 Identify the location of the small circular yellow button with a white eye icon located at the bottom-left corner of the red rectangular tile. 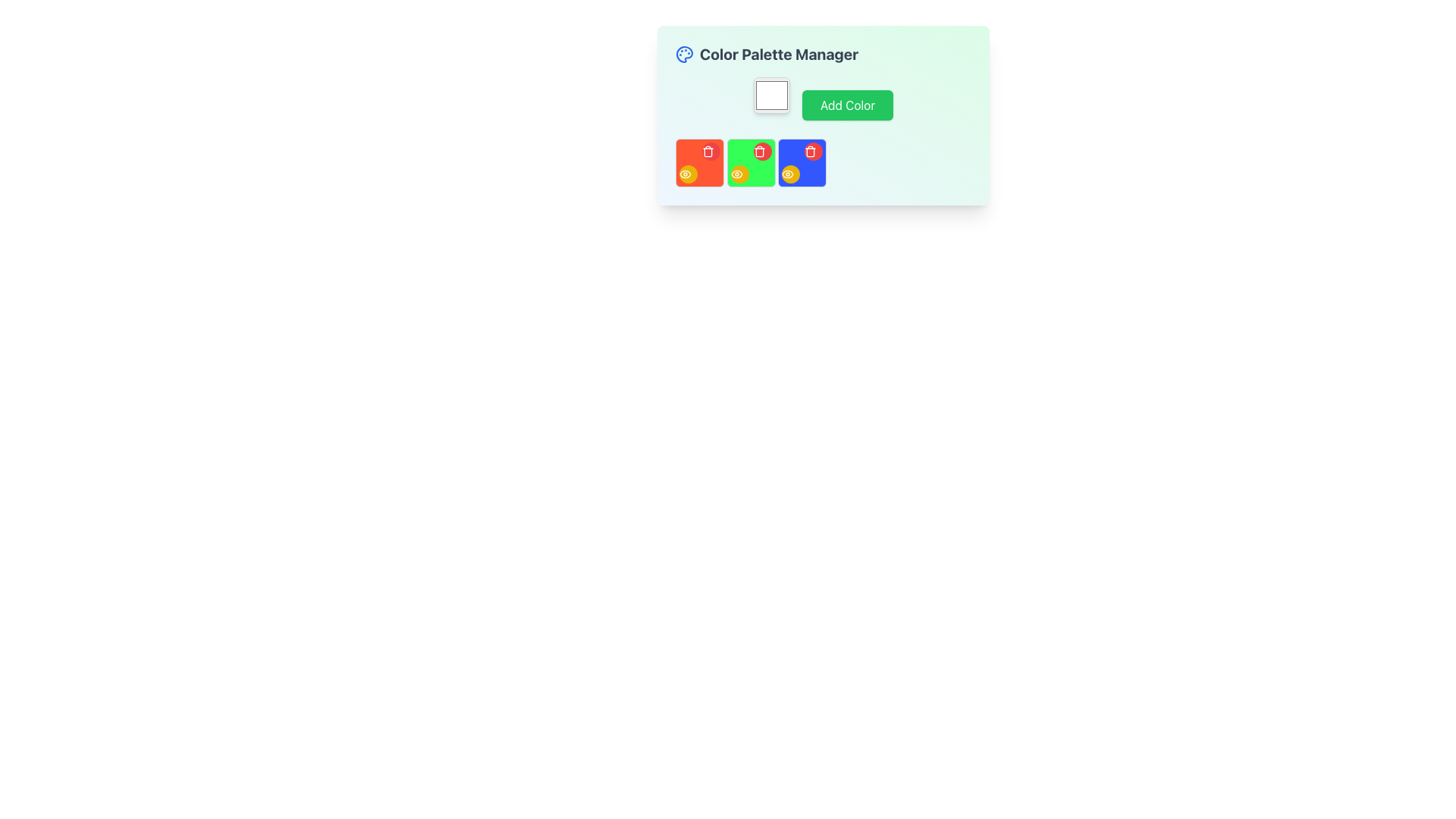
(687, 174).